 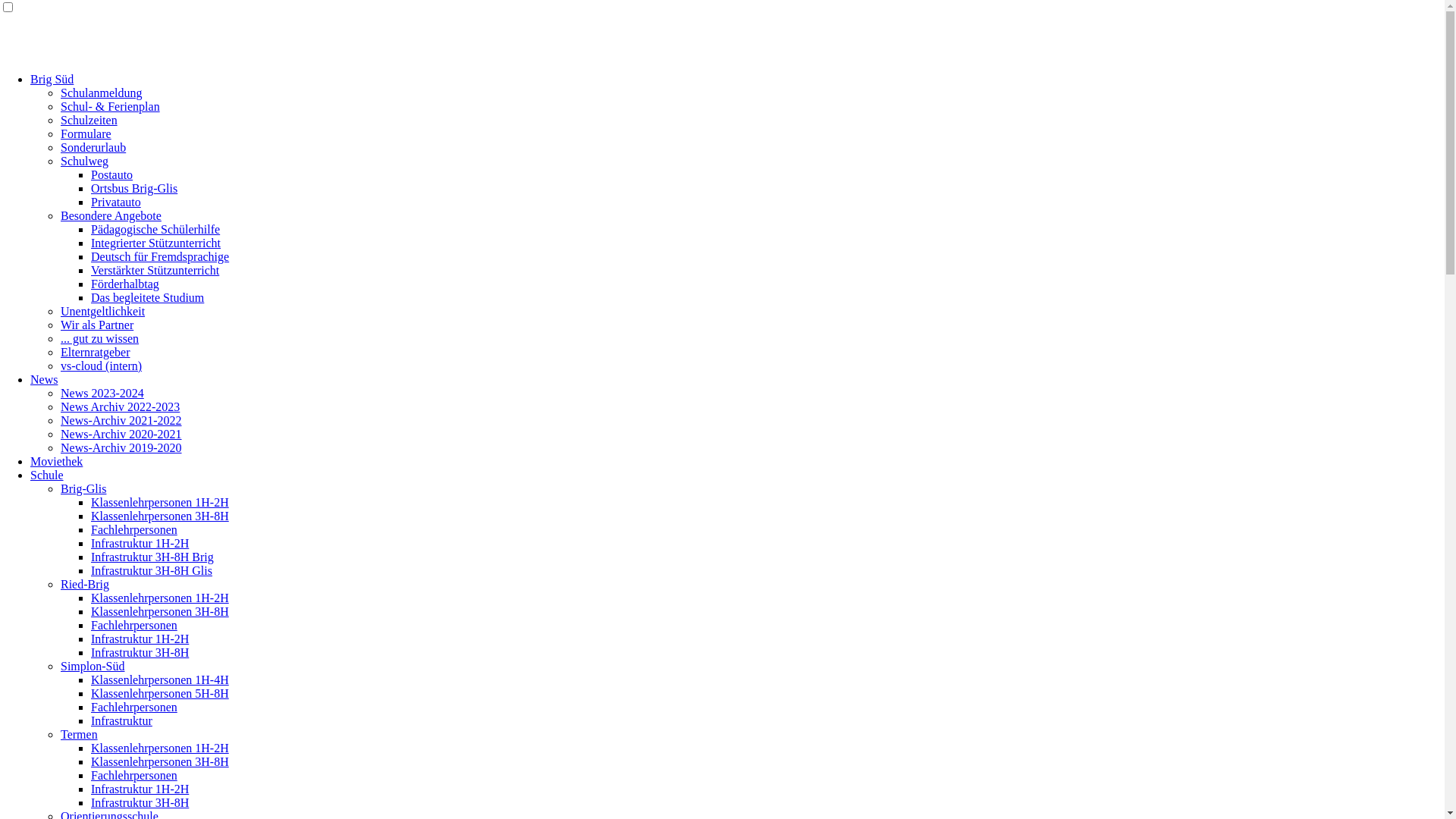 What do you see at coordinates (30, 474) in the screenshot?
I see `'Schule'` at bounding box center [30, 474].